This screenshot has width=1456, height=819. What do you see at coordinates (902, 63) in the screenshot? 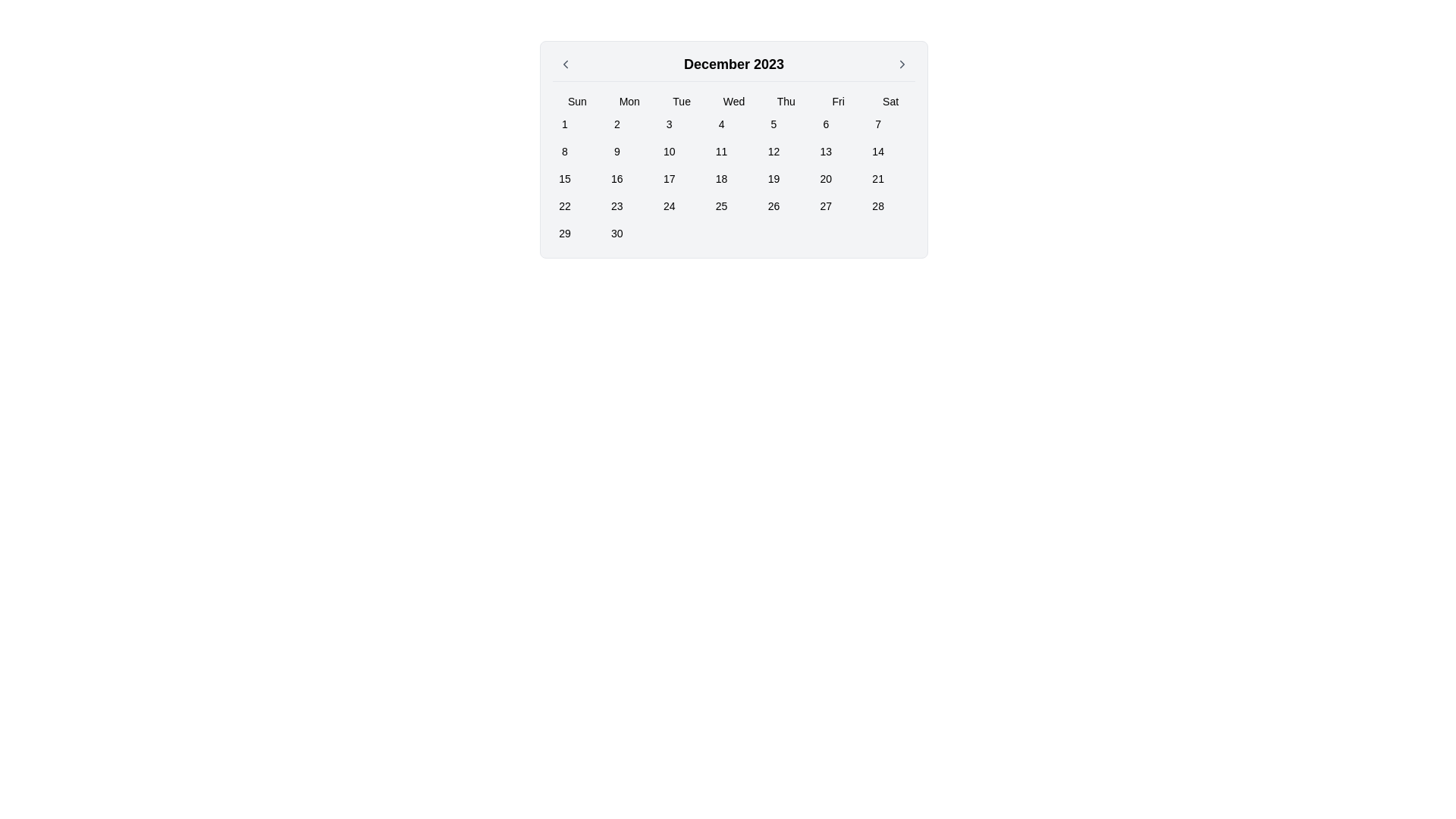
I see `the rightward-pointing chevron icon button located in the top-right area of the calendar display` at bounding box center [902, 63].